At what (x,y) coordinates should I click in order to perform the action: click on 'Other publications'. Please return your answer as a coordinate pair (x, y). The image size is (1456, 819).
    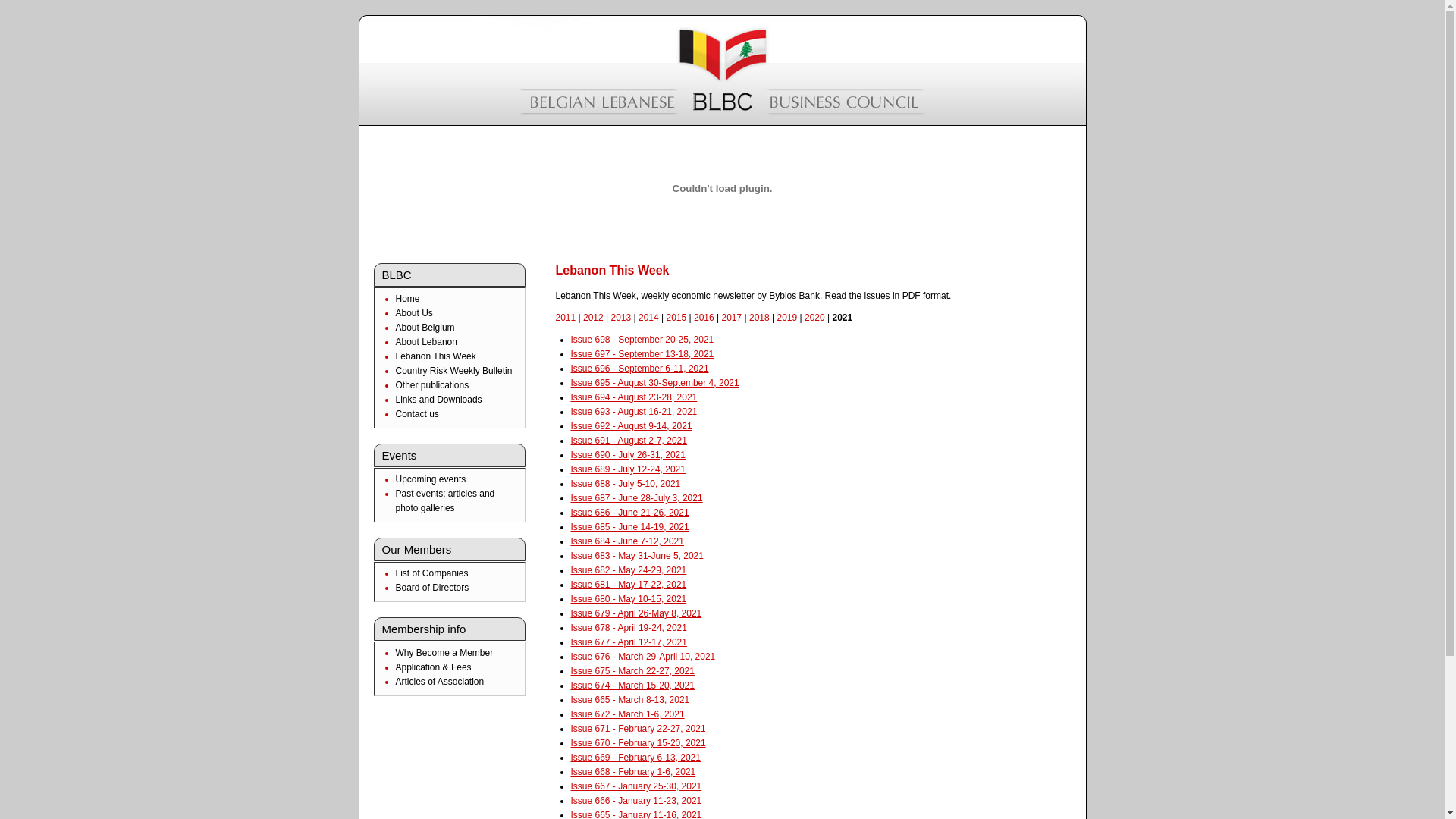
    Looking at the image, I should click on (431, 384).